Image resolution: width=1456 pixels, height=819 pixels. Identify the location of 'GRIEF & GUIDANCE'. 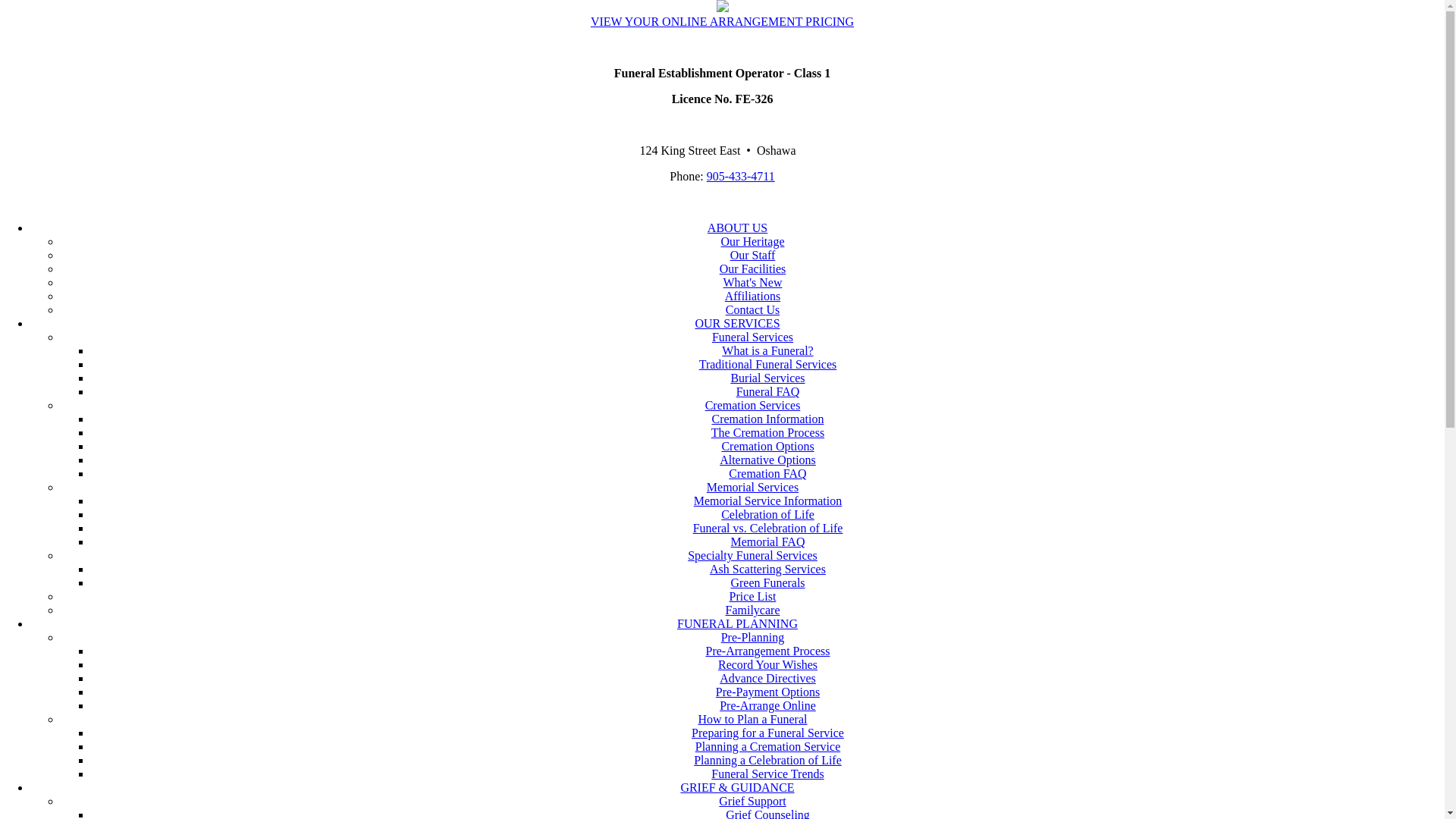
(679, 786).